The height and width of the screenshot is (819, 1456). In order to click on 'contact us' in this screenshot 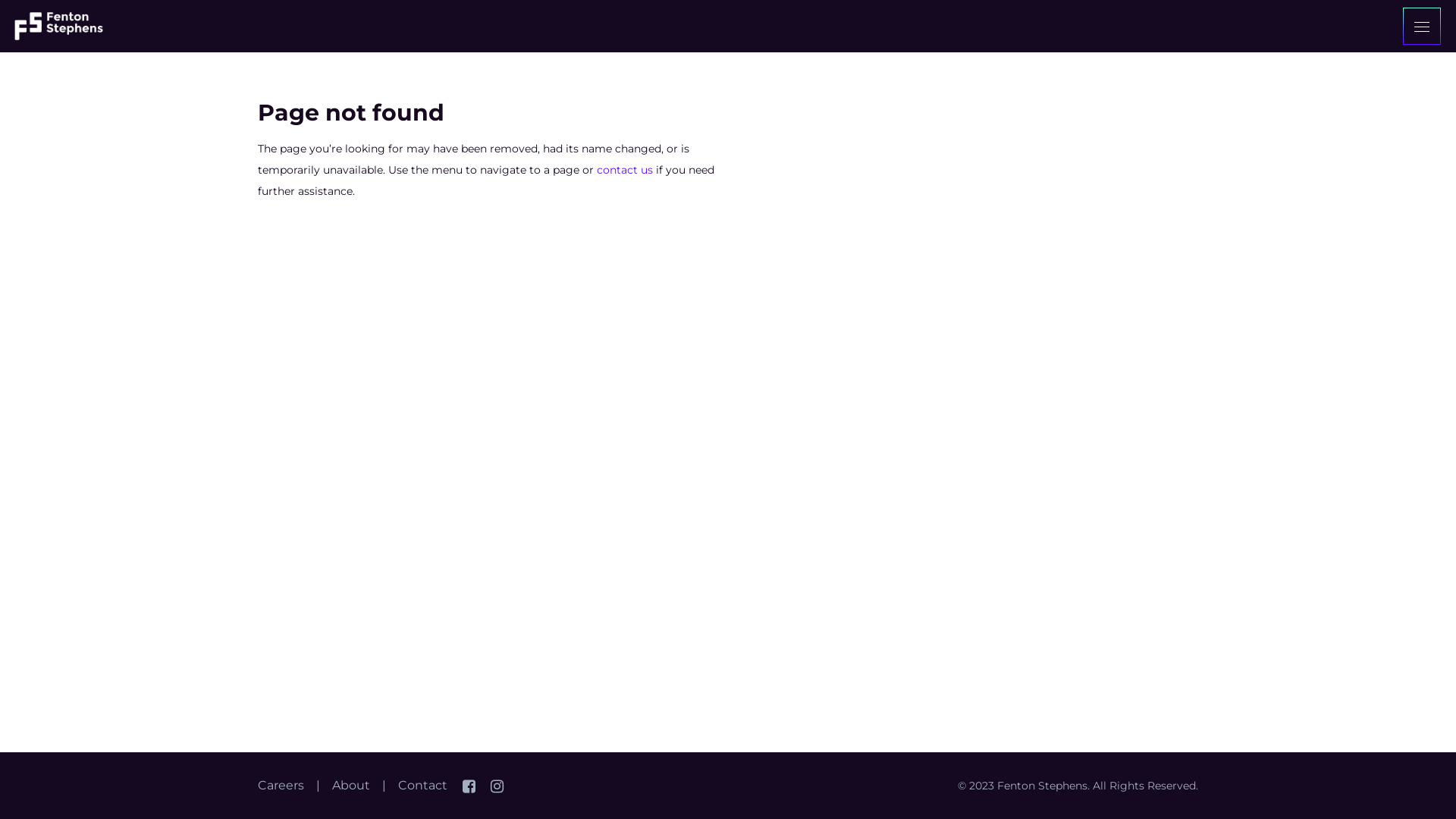, I will do `click(625, 169)`.